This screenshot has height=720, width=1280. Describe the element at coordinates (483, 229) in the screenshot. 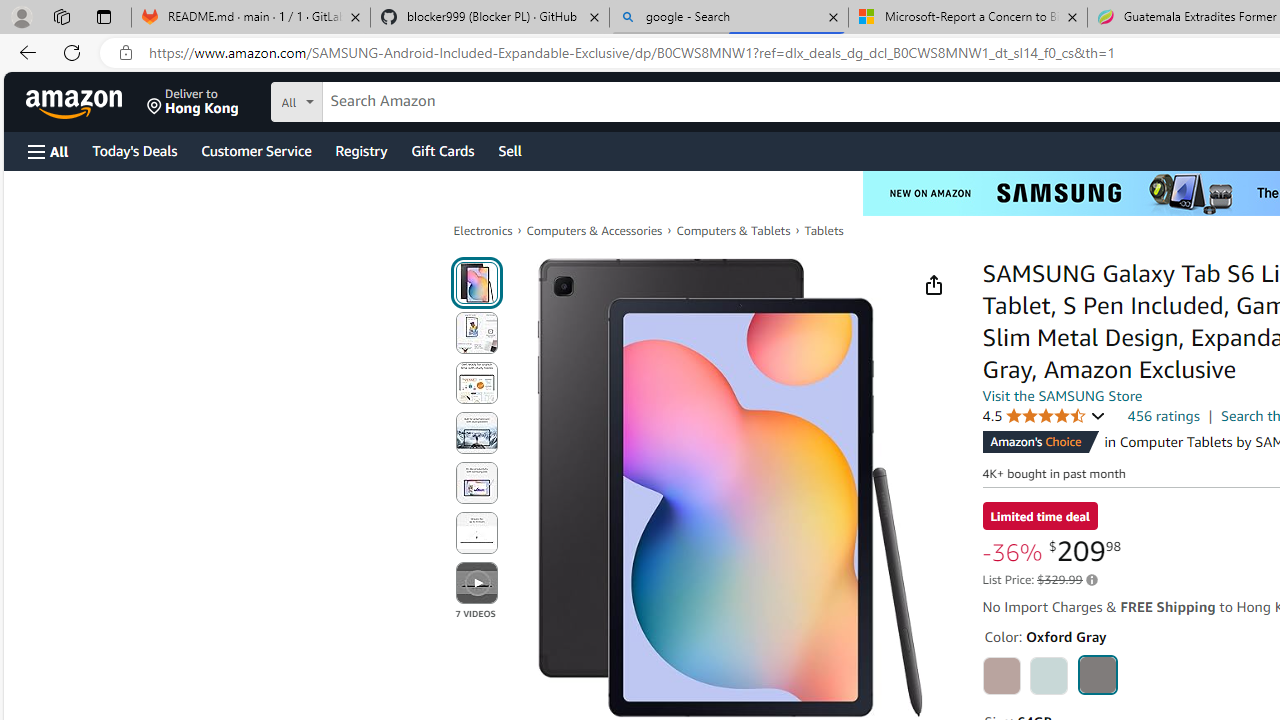

I see `'Electronics'` at that location.